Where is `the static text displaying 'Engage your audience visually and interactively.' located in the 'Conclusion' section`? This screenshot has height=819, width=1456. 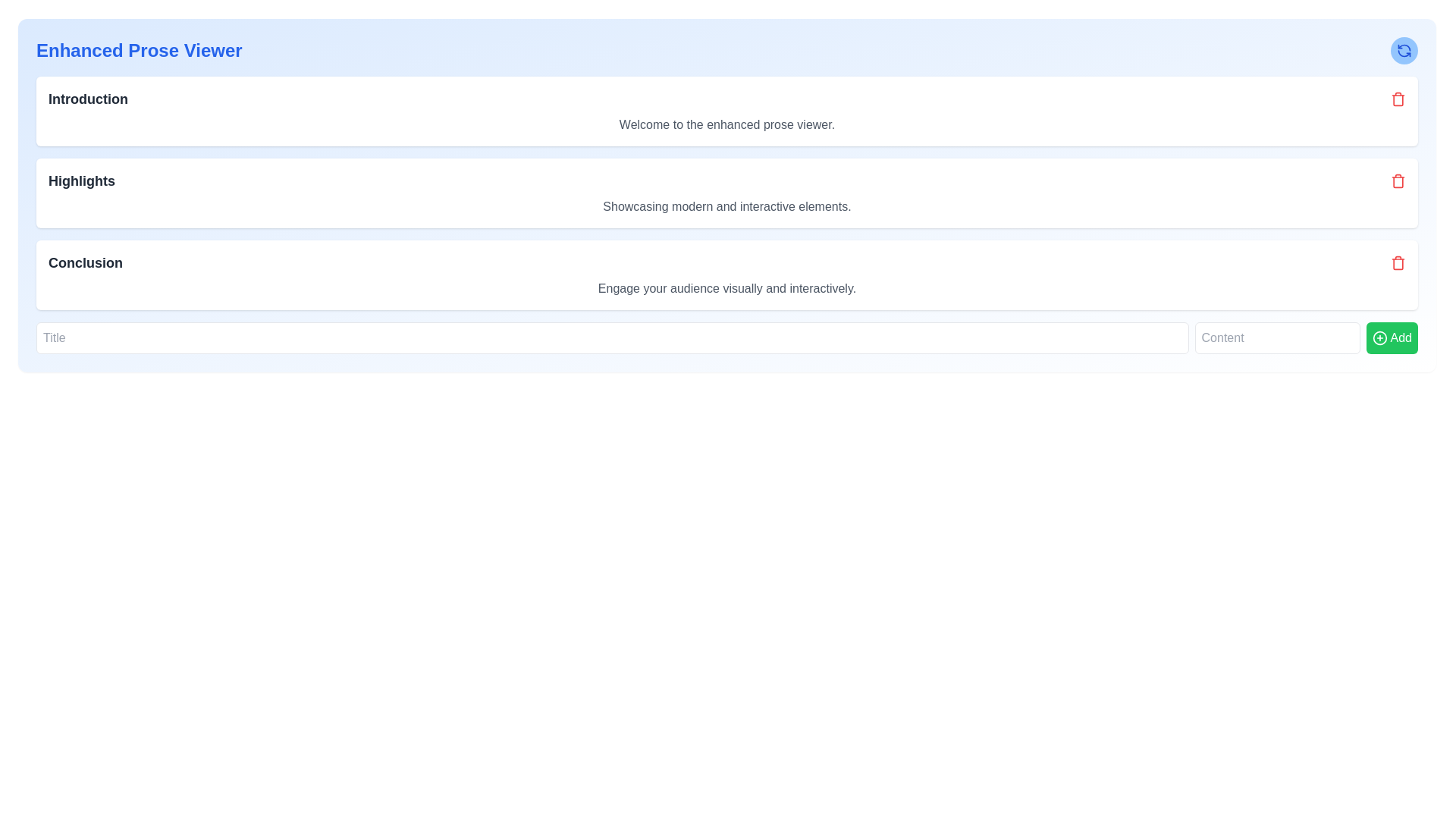
the static text displaying 'Engage your audience visually and interactively.' located in the 'Conclusion' section is located at coordinates (726, 289).